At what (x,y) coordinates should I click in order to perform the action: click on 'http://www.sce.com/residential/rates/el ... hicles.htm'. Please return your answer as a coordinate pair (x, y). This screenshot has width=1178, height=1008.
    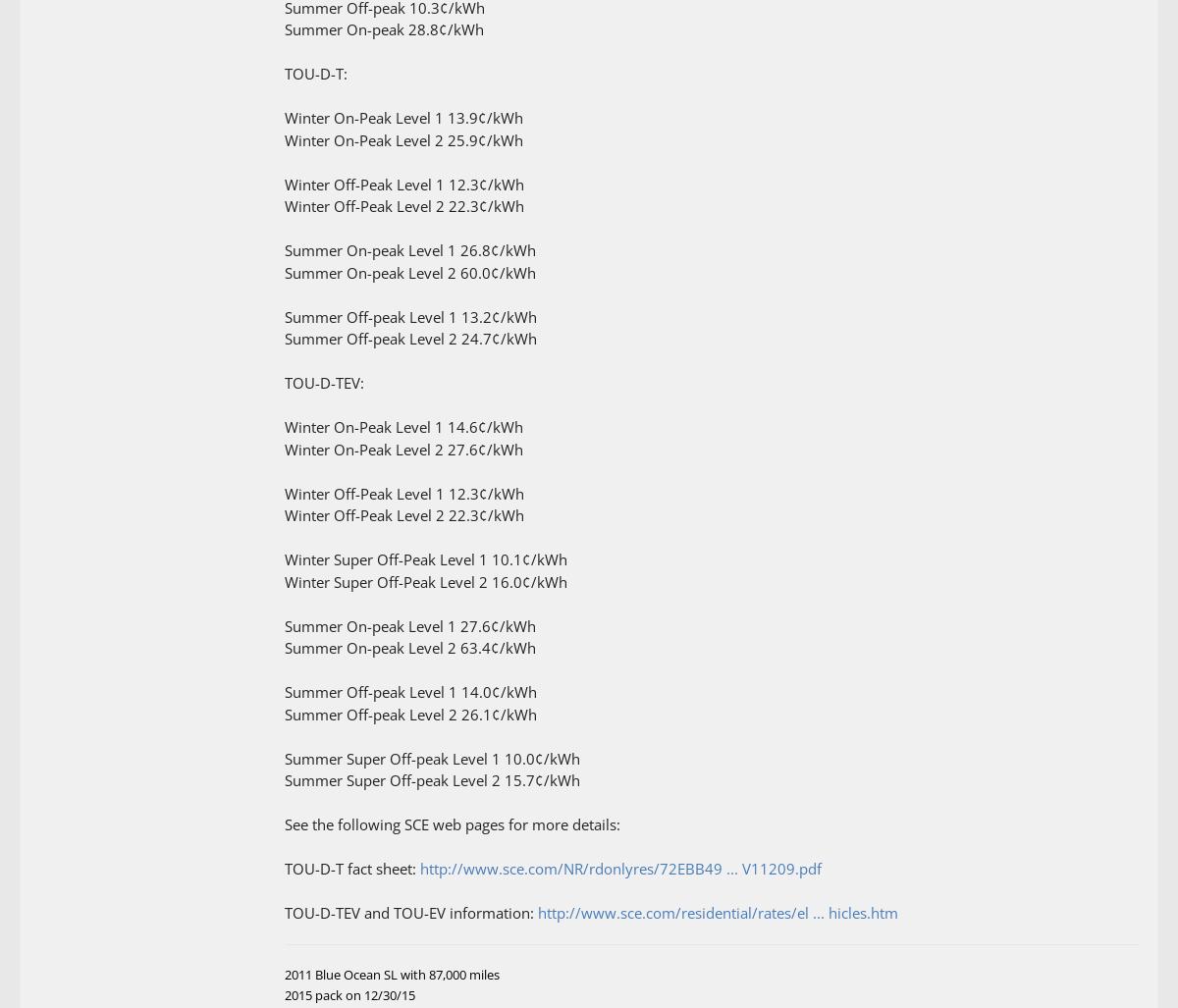
    Looking at the image, I should click on (718, 913).